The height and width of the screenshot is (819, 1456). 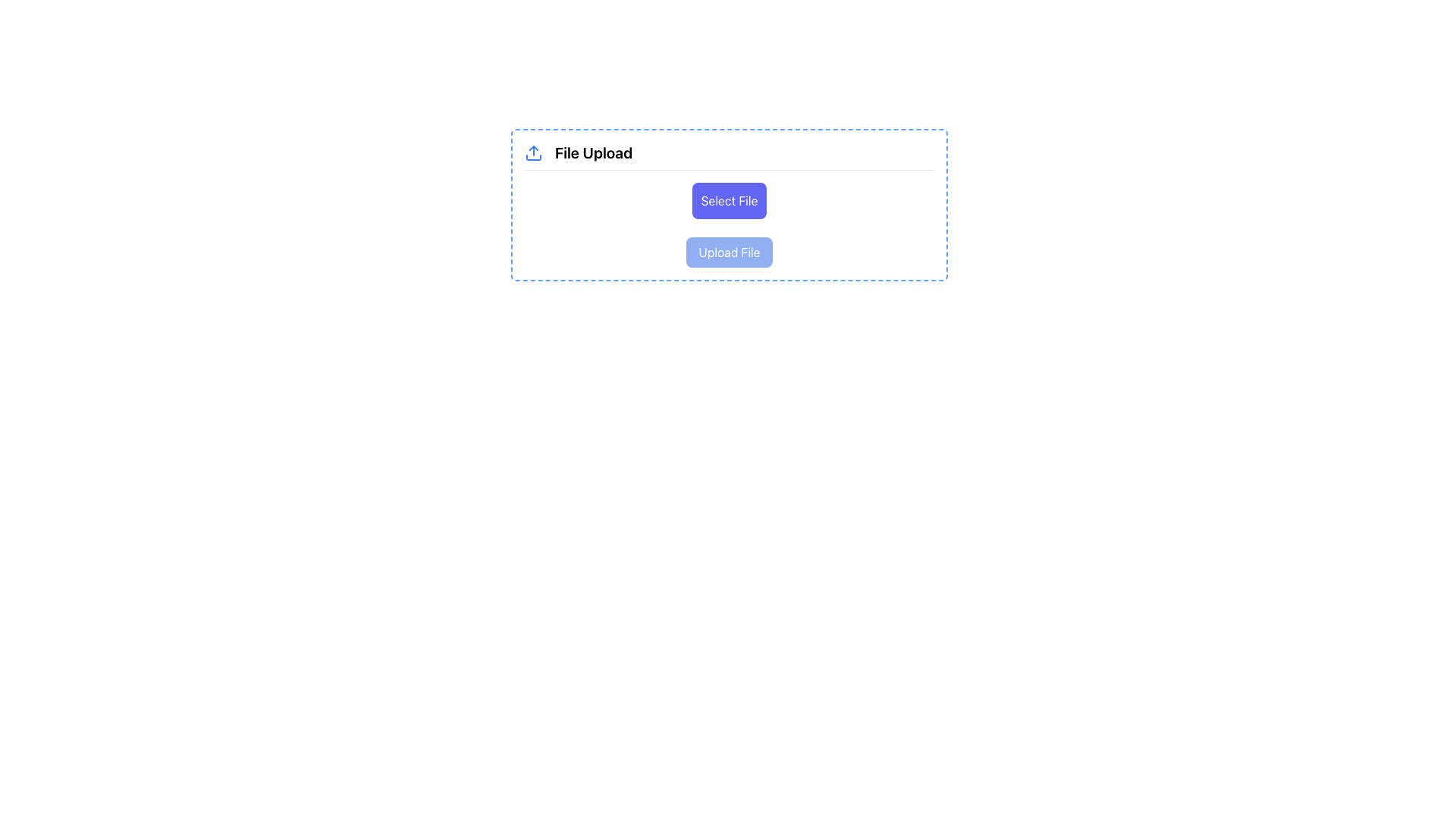 I want to click on the 'Select File' button, which is a rectangular button with a purple background and white text, to observe its hover effects, so click(x=729, y=200).